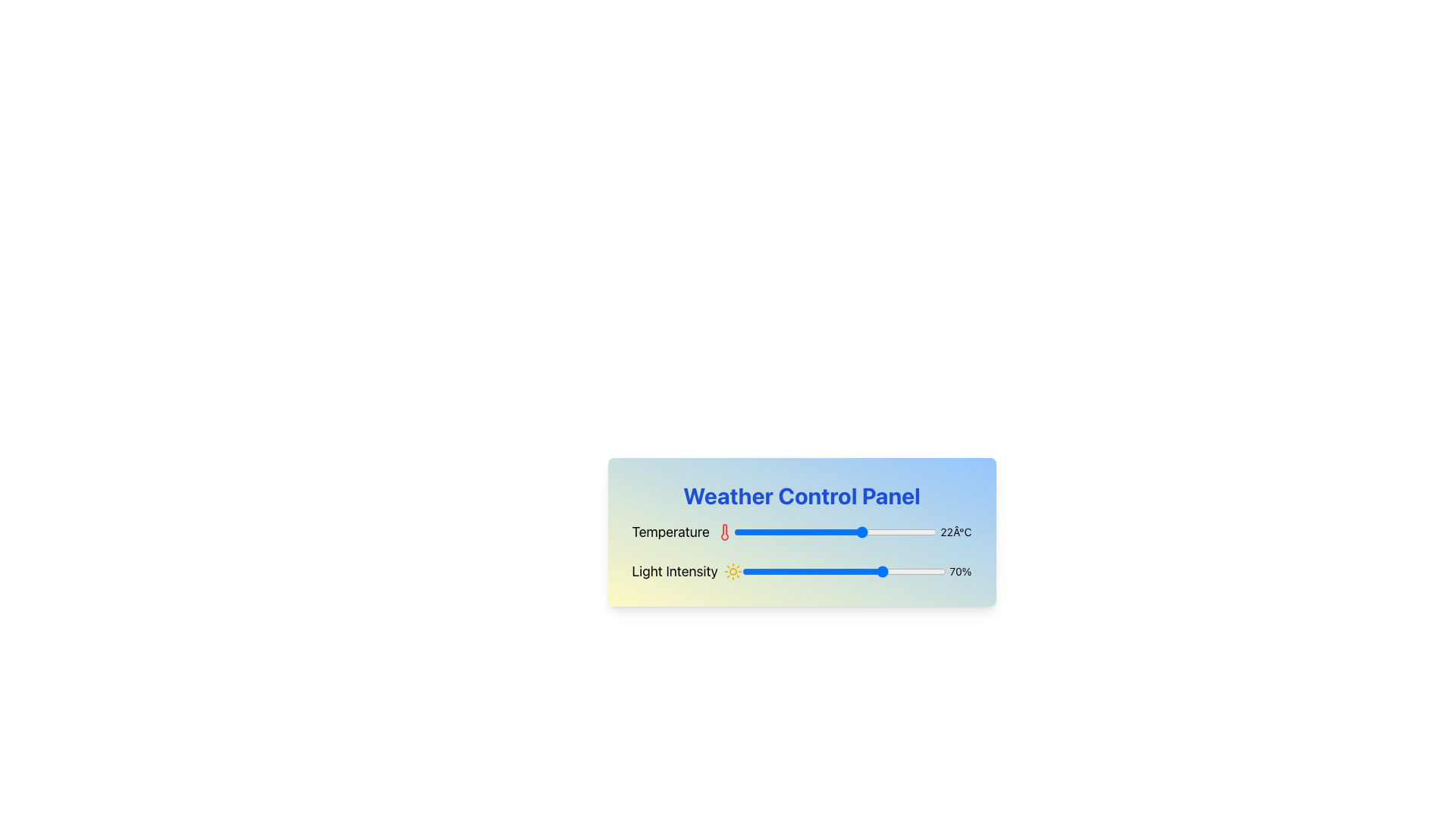  What do you see at coordinates (802, 571) in the screenshot?
I see `light intensity` at bounding box center [802, 571].